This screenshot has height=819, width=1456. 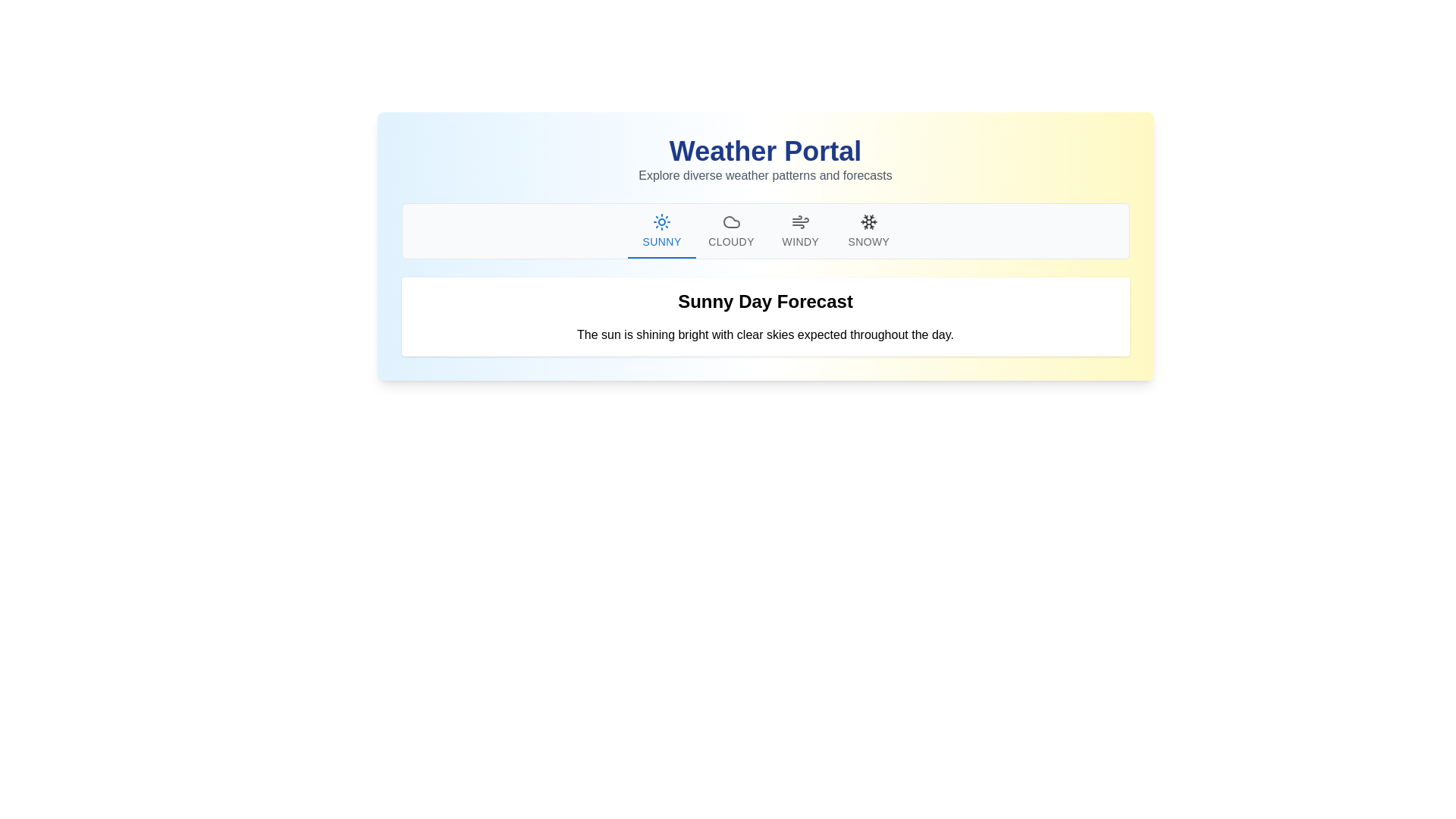 I want to click on the 'Cloudy' icon in the navigation bar of the 'Weather Portal', which is the second tab among four options, so click(x=731, y=222).